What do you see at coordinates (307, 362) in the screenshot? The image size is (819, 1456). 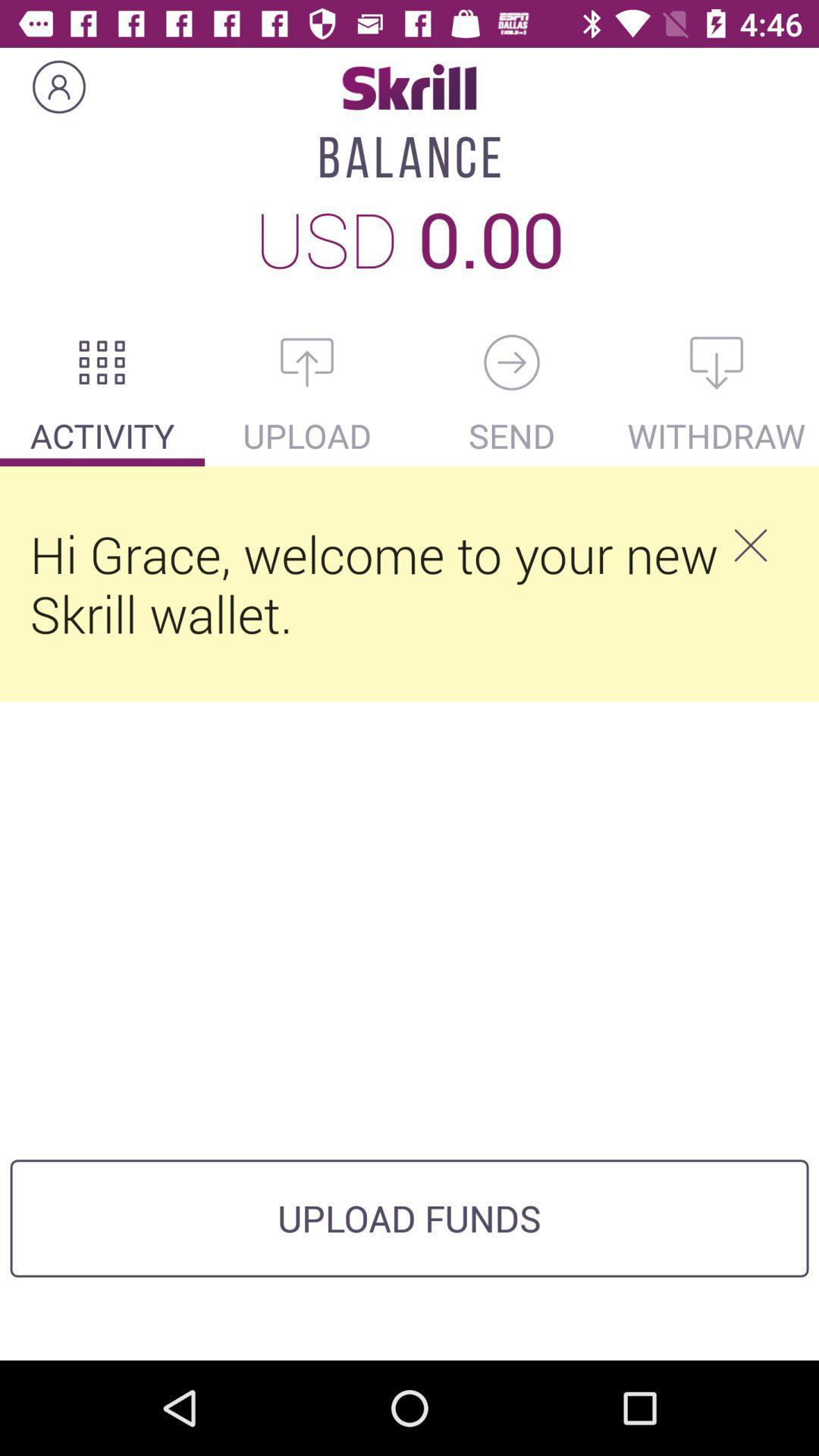 I see `upload` at bounding box center [307, 362].